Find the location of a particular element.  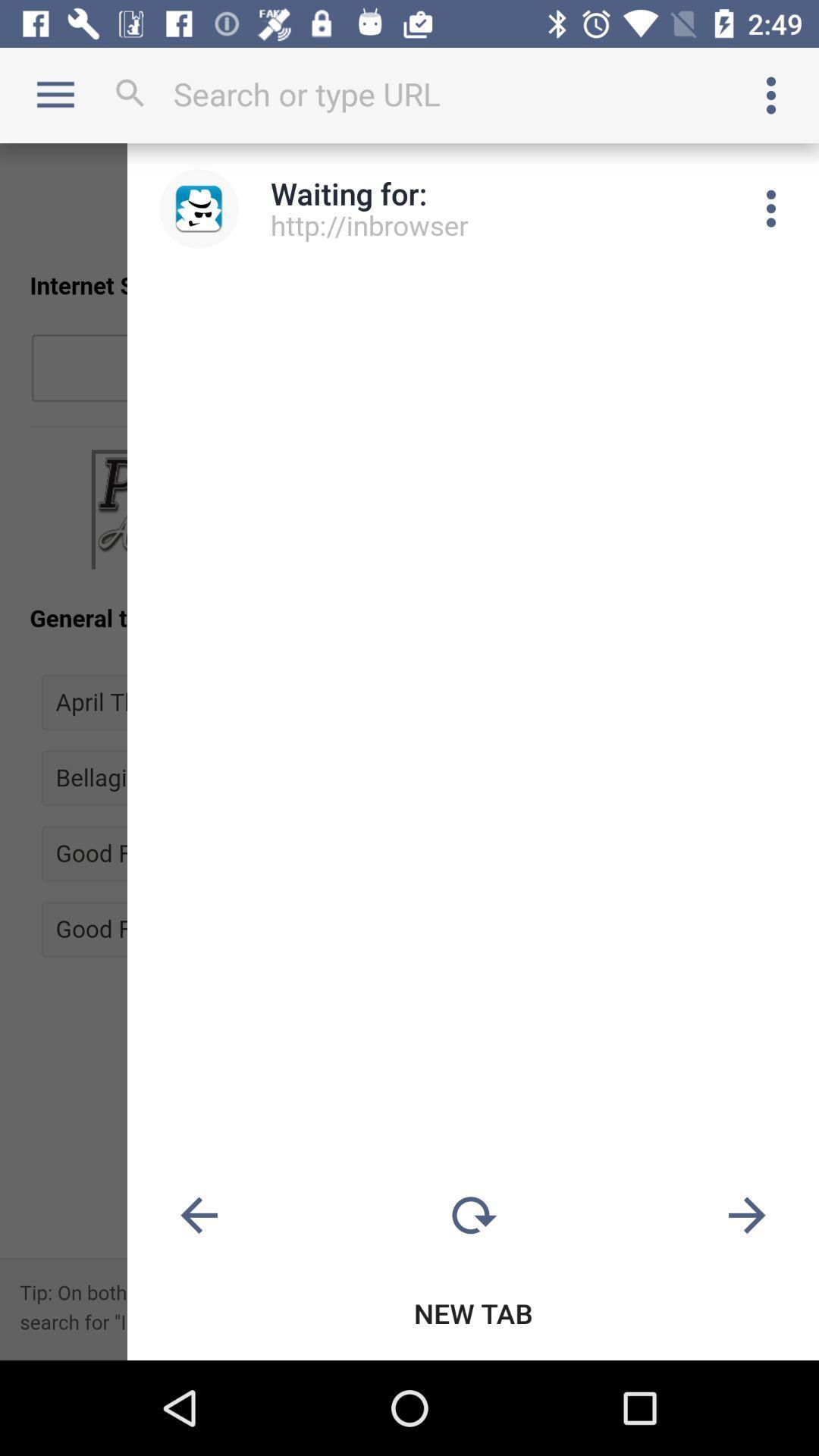

icon below http://inbrowser is located at coordinates (472, 1216).